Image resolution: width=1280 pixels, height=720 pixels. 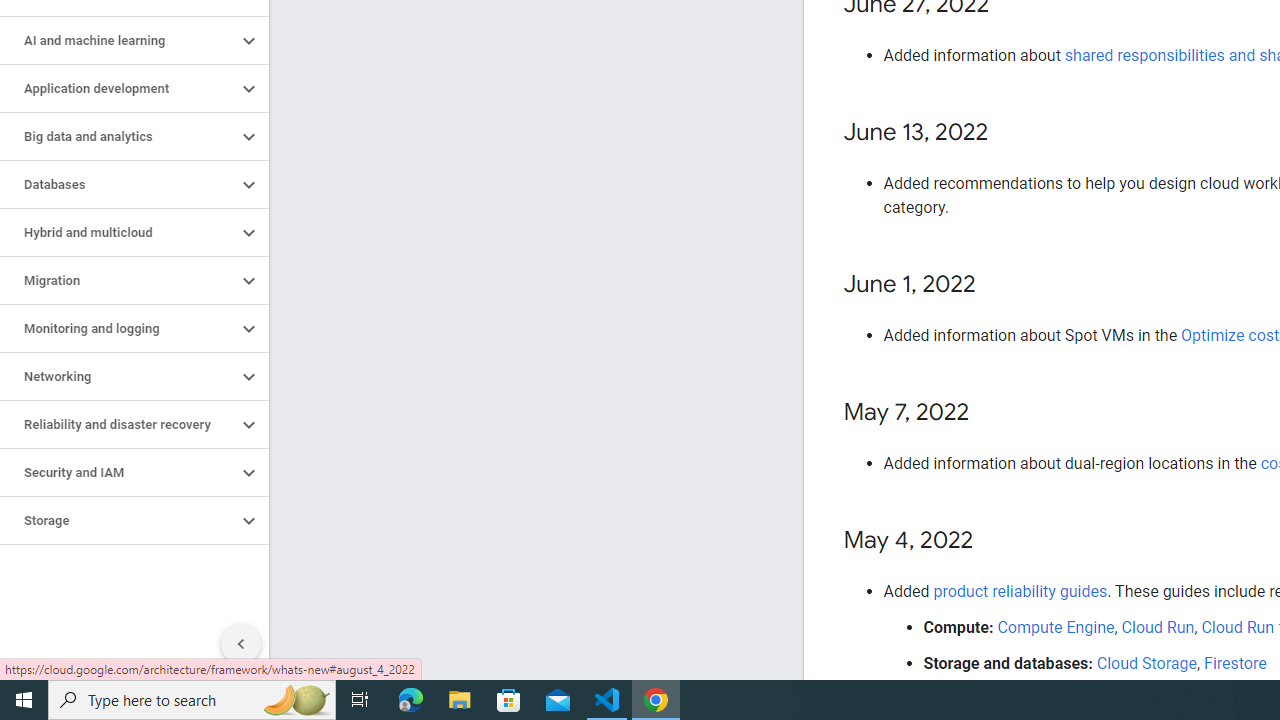 What do you see at coordinates (989, 412) in the screenshot?
I see `'Copy link to this section: May 7, 2022'` at bounding box center [989, 412].